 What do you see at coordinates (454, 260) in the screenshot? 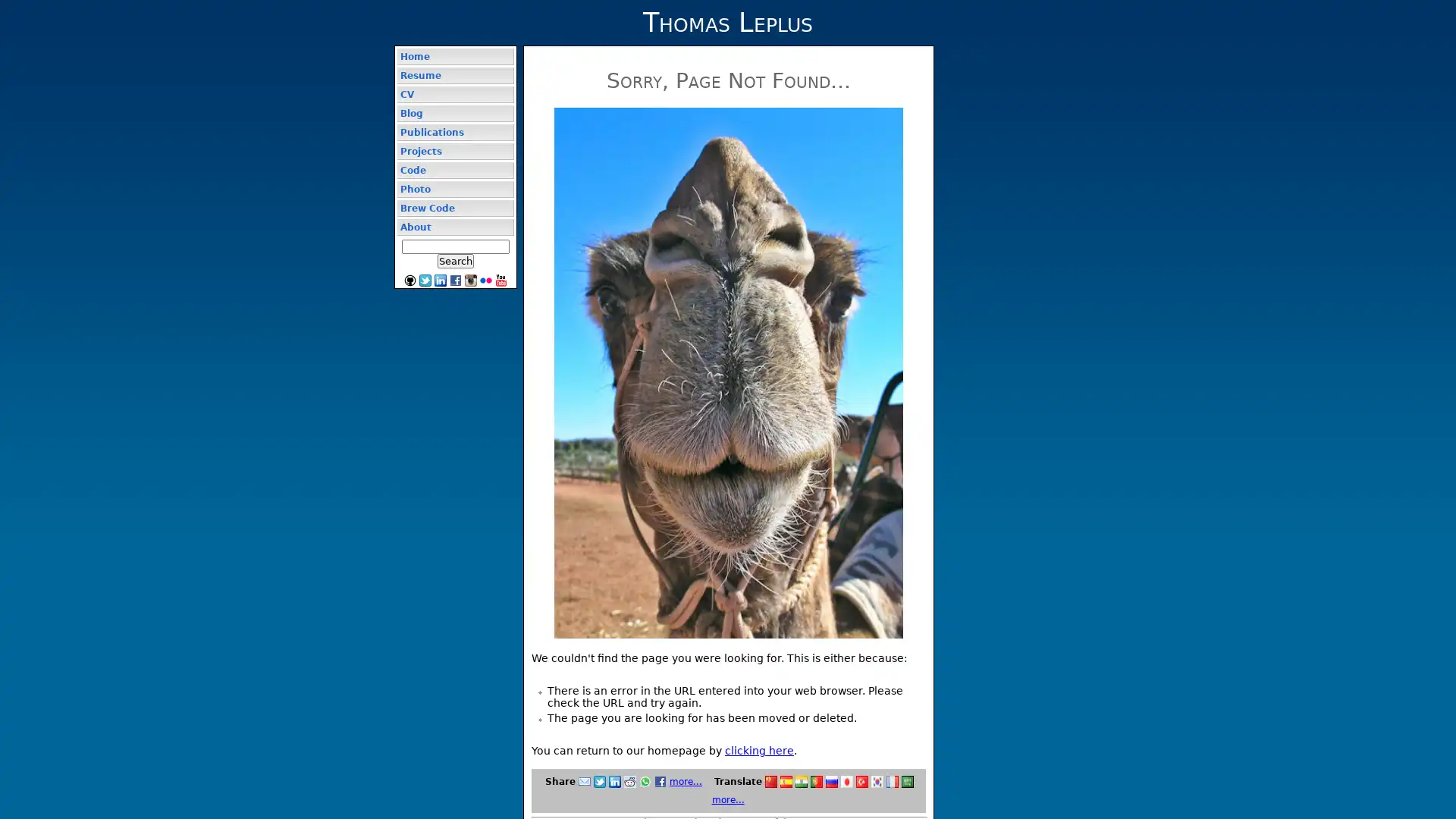
I see `Search` at bounding box center [454, 260].